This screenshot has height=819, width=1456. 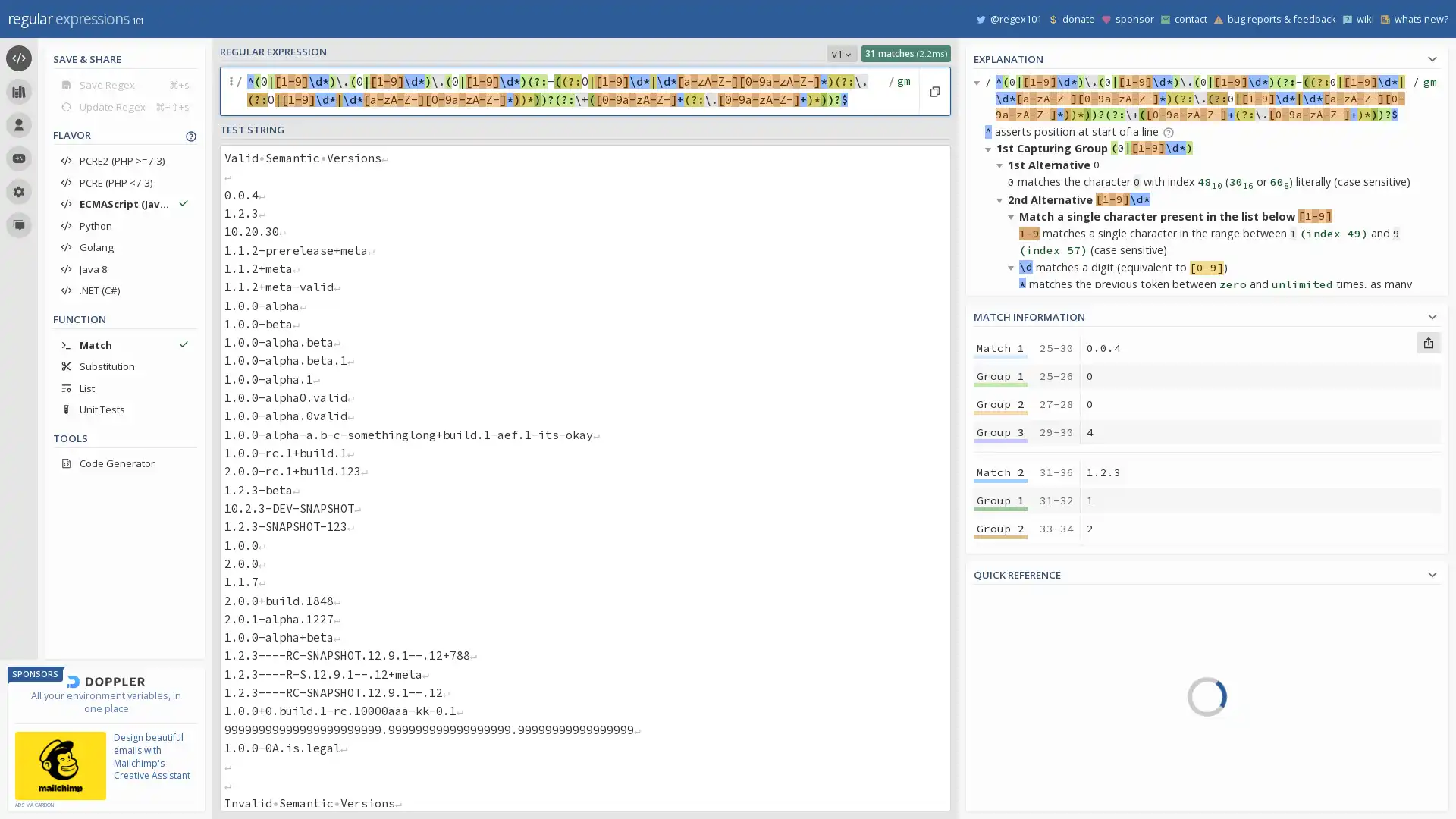 I want to click on Match 3, so click(x=1000, y=595).